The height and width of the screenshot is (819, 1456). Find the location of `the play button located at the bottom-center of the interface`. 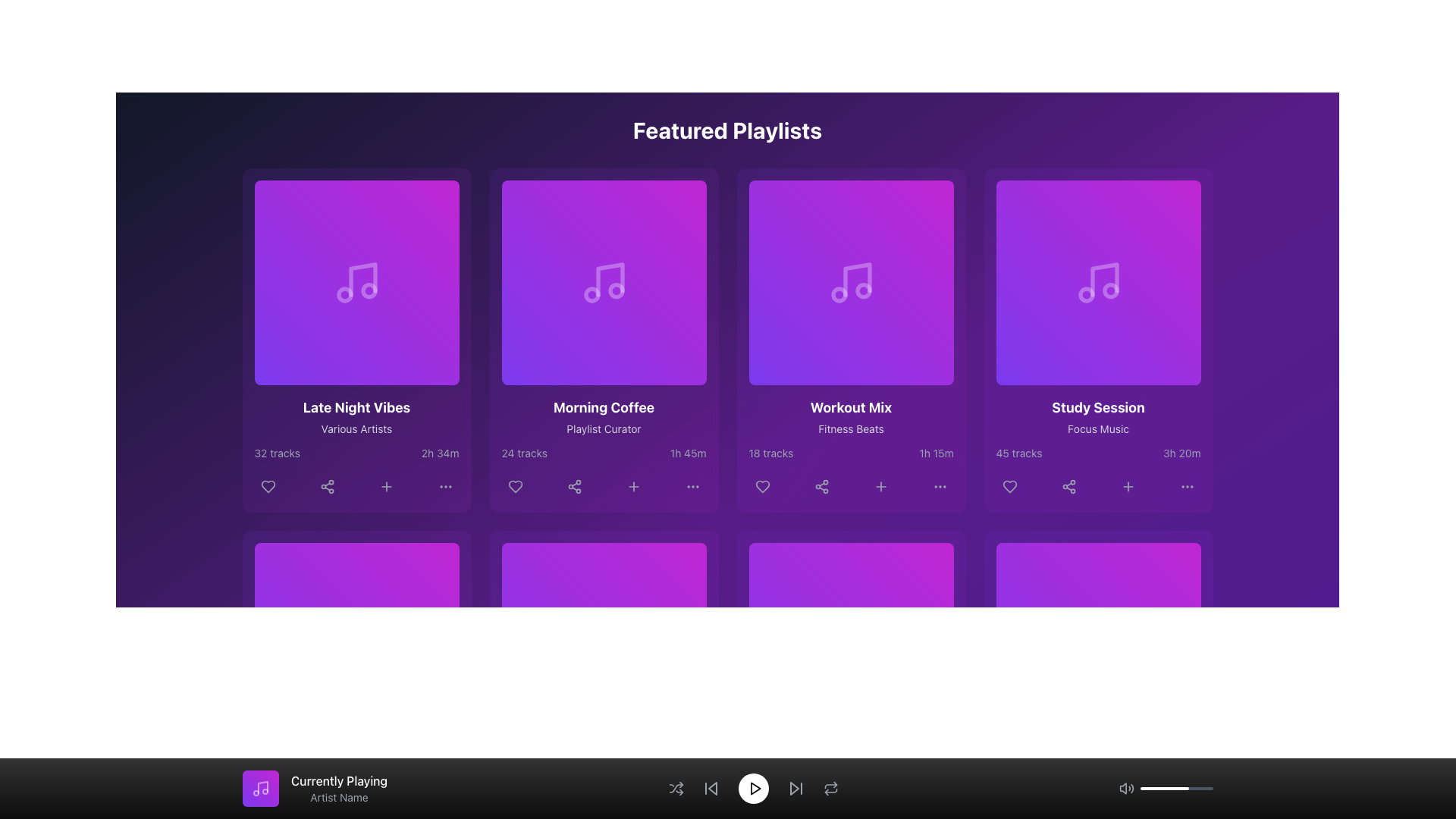

the play button located at the bottom-center of the interface is located at coordinates (753, 788).